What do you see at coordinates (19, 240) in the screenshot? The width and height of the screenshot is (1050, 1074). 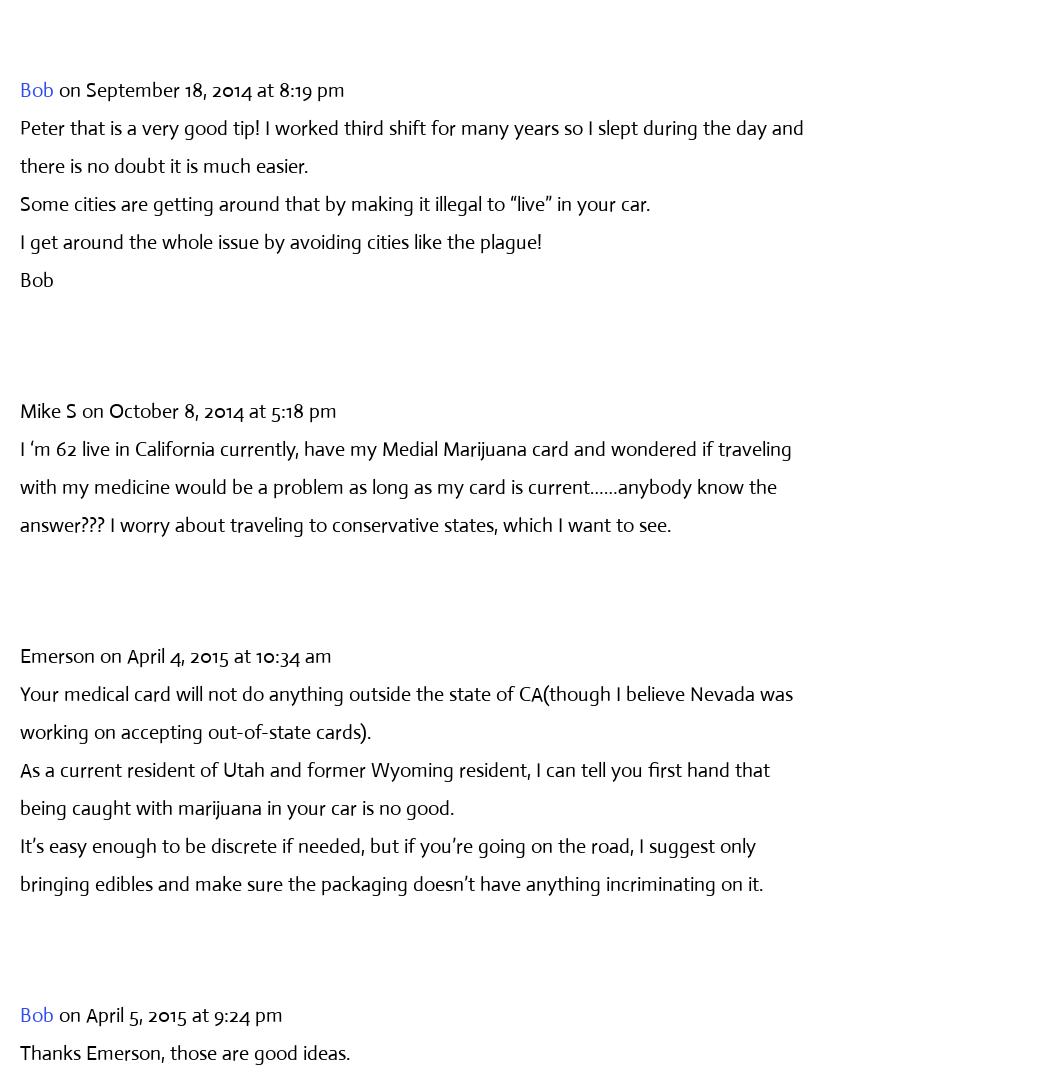 I see `'I get around the whole issue by avoiding cities like the plague!'` at bounding box center [19, 240].